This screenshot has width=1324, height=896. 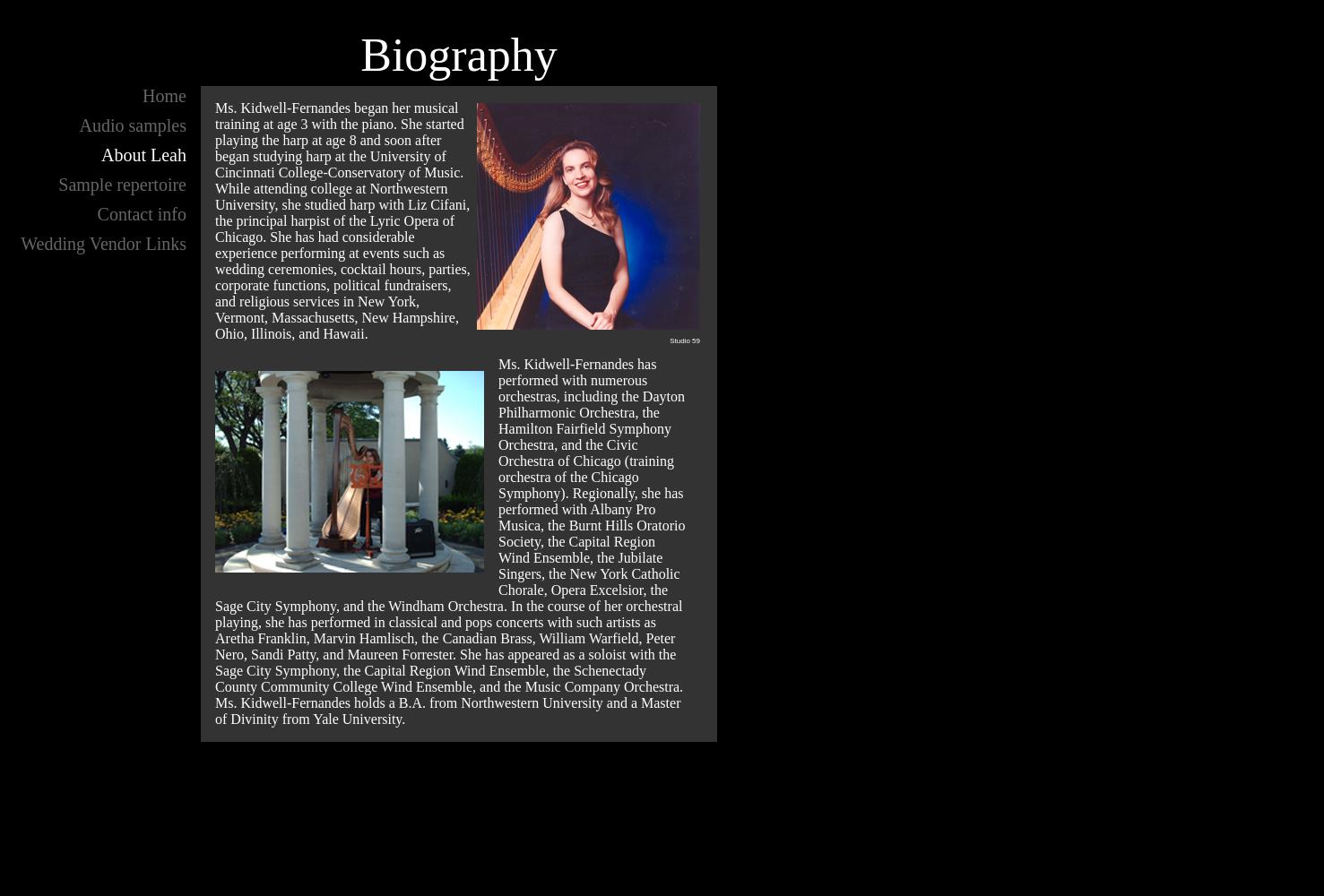 What do you see at coordinates (450, 540) in the screenshot?
I see `'Ms. Kidwell-Fernandes has performed with numerous orchestras, including 
the Dayton Philharmonic Orchestra, the Hamilton Fairfield Symphony 
Orchestra, and the Civic Orchestra of Chicago (training orchestra of 
the Chicago Symphony).  Regionally, she has performed with Albany Pro 
Musica, the Burnt Hills Oratorio Society, the Capital Region Wind 
Ensemble, the Jubilate Singers, the New York Catholic Chorale, Opera 
Excelsior, the Sage City Symphony, and the Windham Orchestra.  In the 
course of her orchestral playing, she has performed in classical and 
pops concerts with such artists as Aretha Franklin, Marvin Hamlisch, 
the Canadian Brass, William Warfield, Peter Nero, Sandi Patty, and 
Maureen Forrester.  She has appeared as a soloist with the Sage City 
Symphony, the Capital Region Wind Ensemble, the Schenectady County 
Community College Wind Ensemble, and the Music Company Orchestra.  
Ms. Kidwell-Fernandes holds a B.A. from Northwestern University and 
a Master of Divinity from Yale University.'` at bounding box center [450, 540].